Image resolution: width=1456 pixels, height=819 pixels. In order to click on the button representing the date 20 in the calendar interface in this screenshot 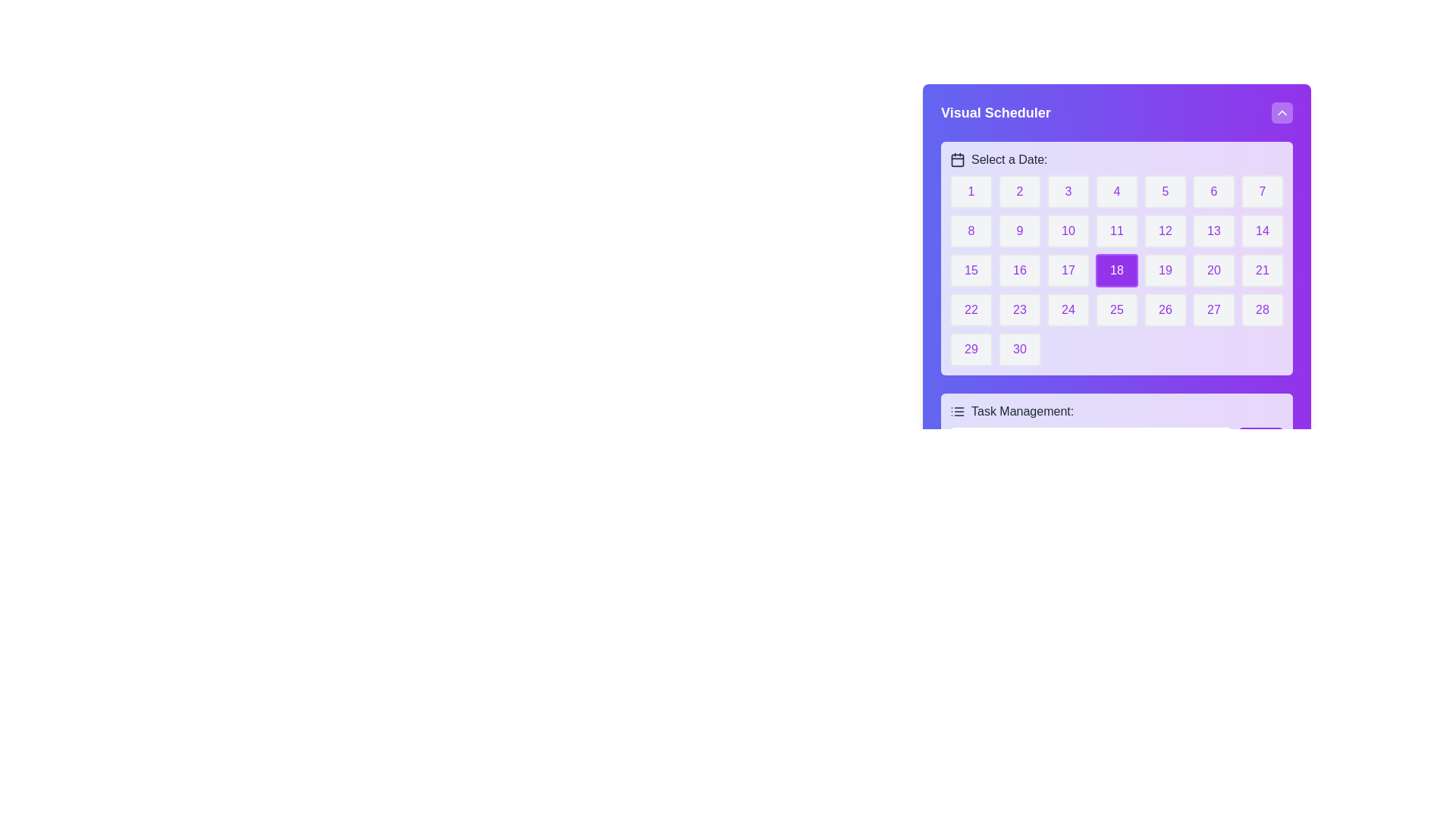, I will do `click(1214, 270)`.